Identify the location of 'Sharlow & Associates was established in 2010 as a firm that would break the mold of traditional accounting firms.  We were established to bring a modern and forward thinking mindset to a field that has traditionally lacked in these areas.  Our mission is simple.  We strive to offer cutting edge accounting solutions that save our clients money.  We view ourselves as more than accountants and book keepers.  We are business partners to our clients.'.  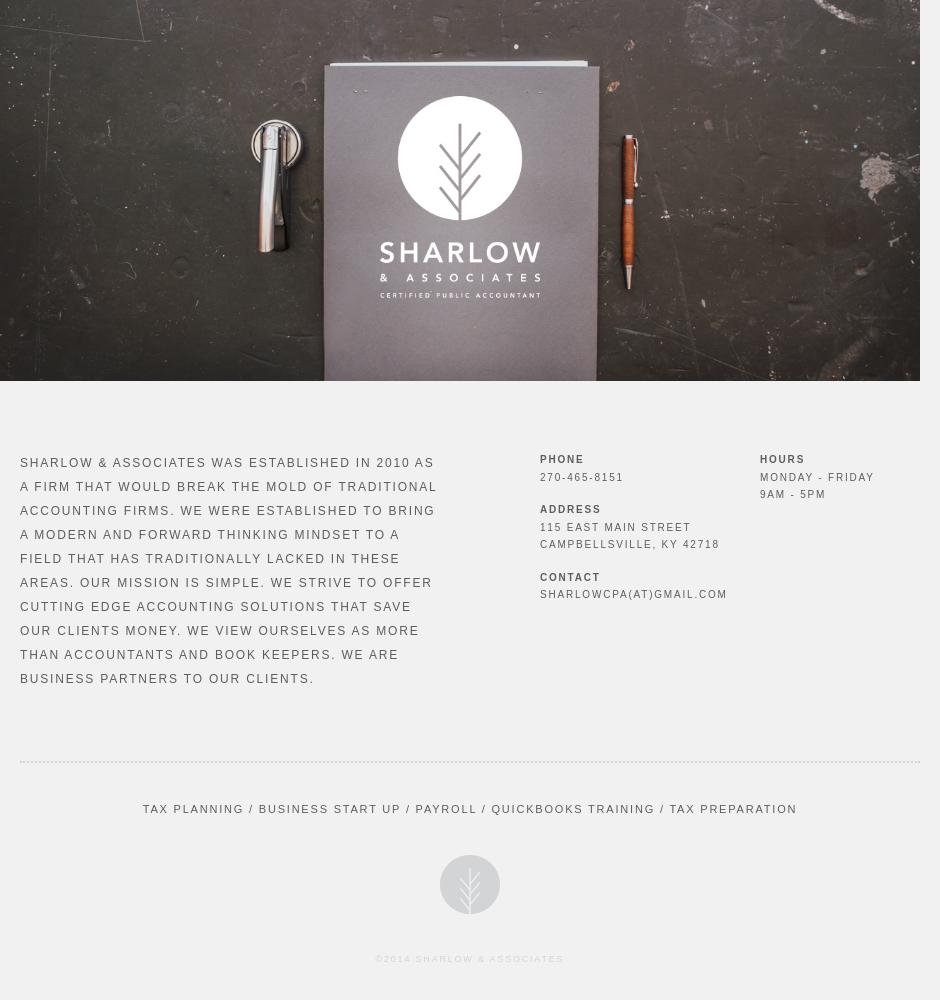
(20, 570).